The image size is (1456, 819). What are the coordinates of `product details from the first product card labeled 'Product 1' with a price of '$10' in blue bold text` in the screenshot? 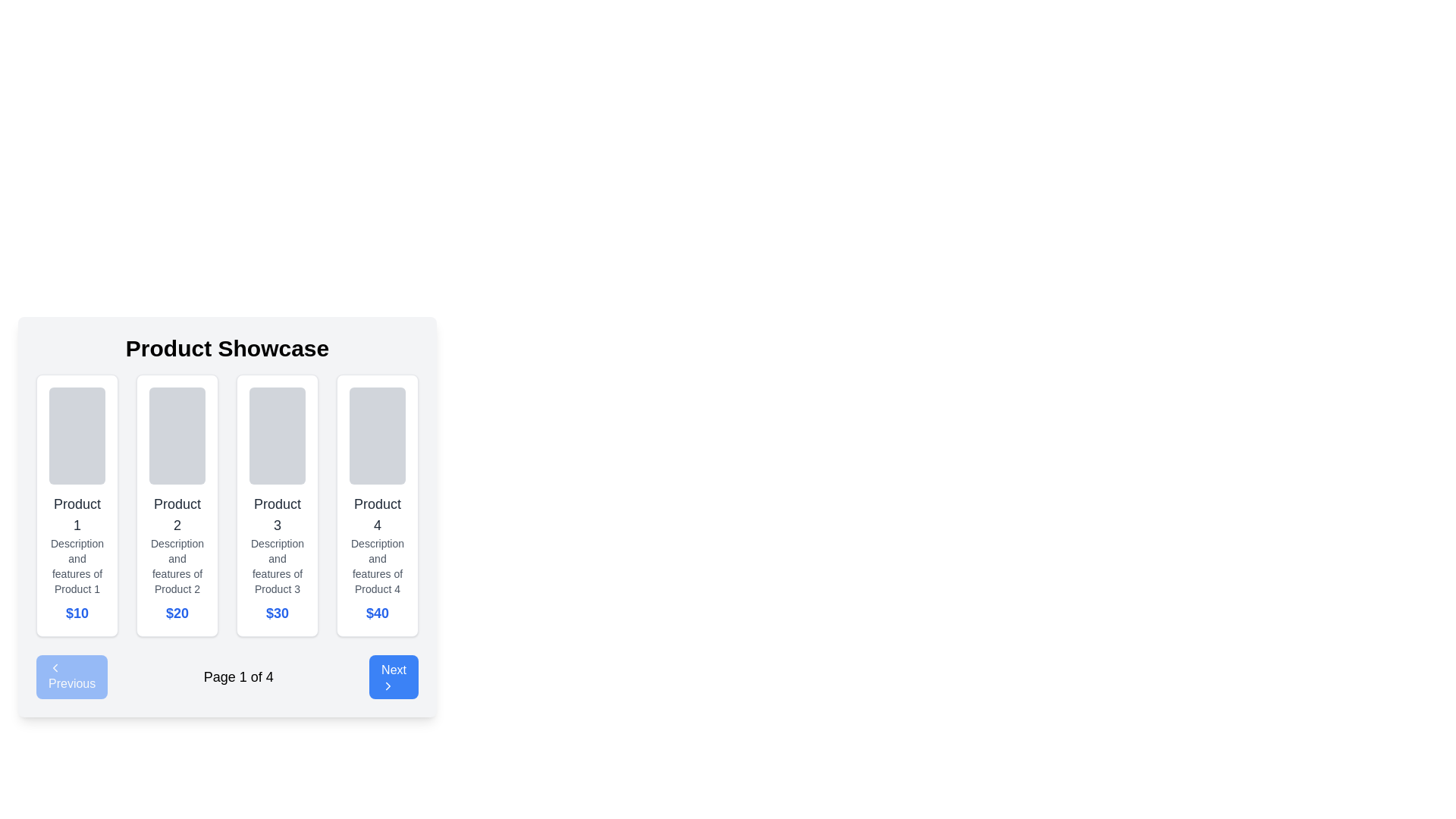 It's located at (76, 506).